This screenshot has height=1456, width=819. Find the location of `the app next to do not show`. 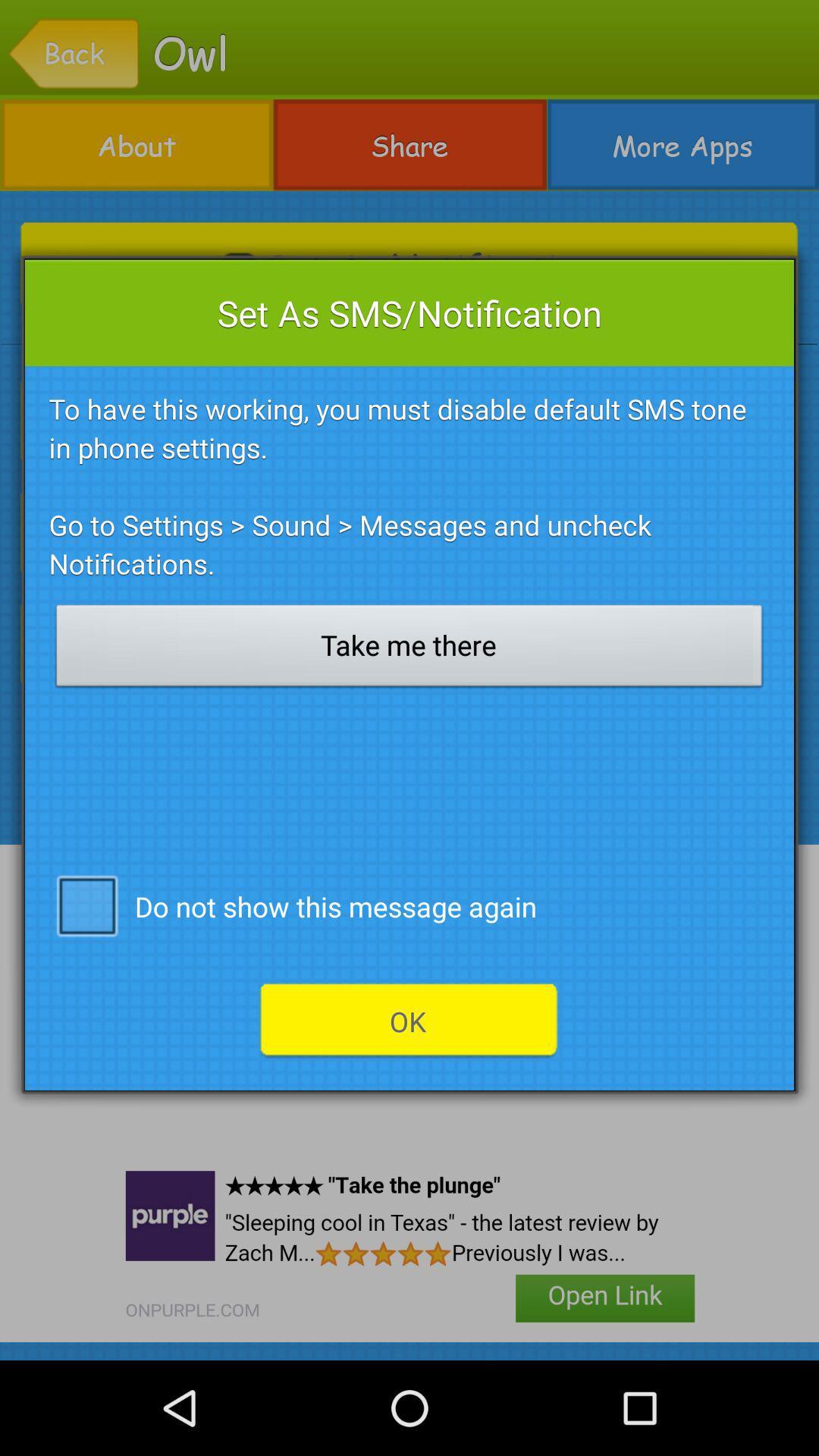

the app next to do not show is located at coordinates (86, 905).